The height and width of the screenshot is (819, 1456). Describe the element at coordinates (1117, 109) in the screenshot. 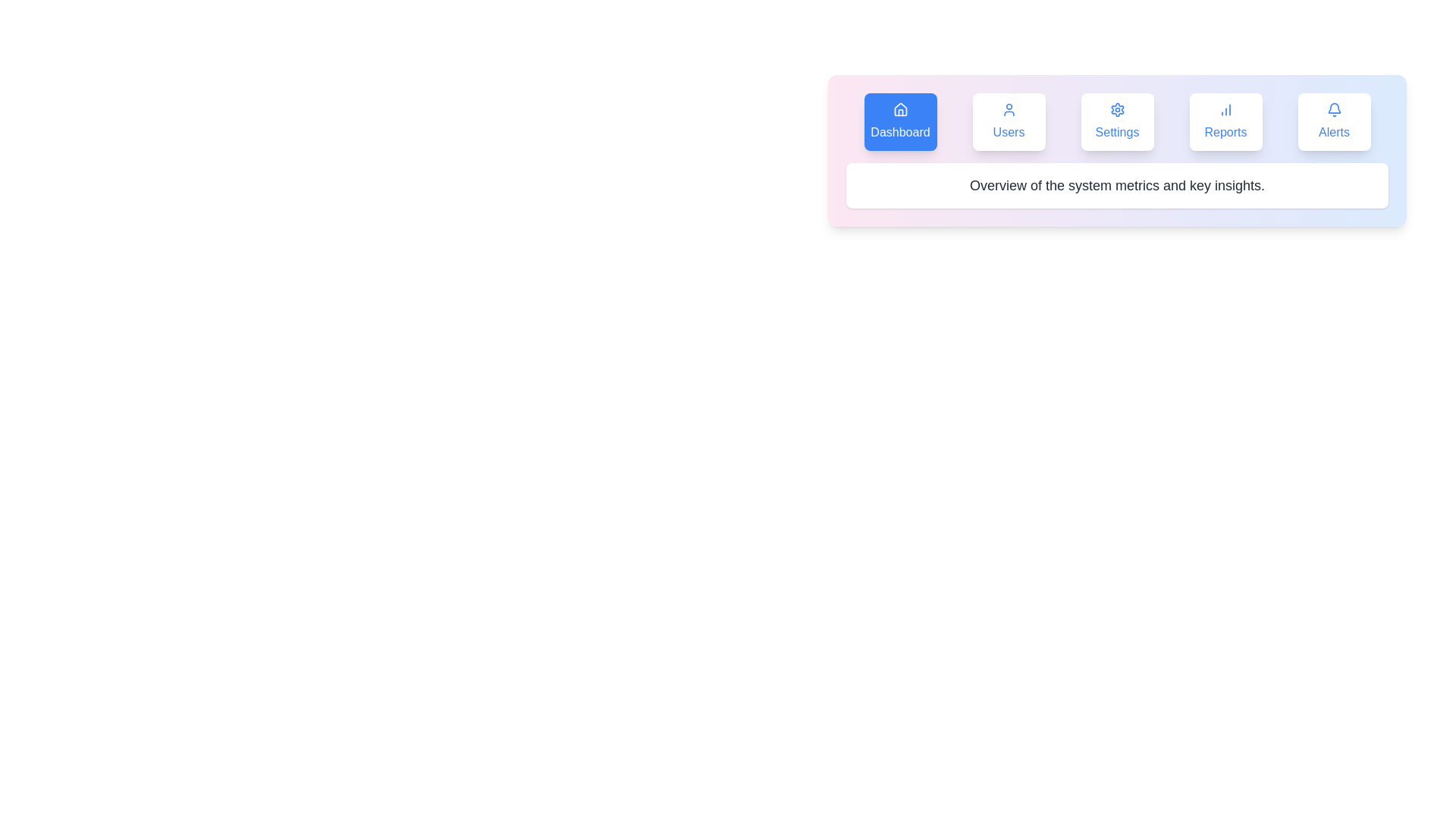

I see `the gear icon above the 'Settings' label` at that location.